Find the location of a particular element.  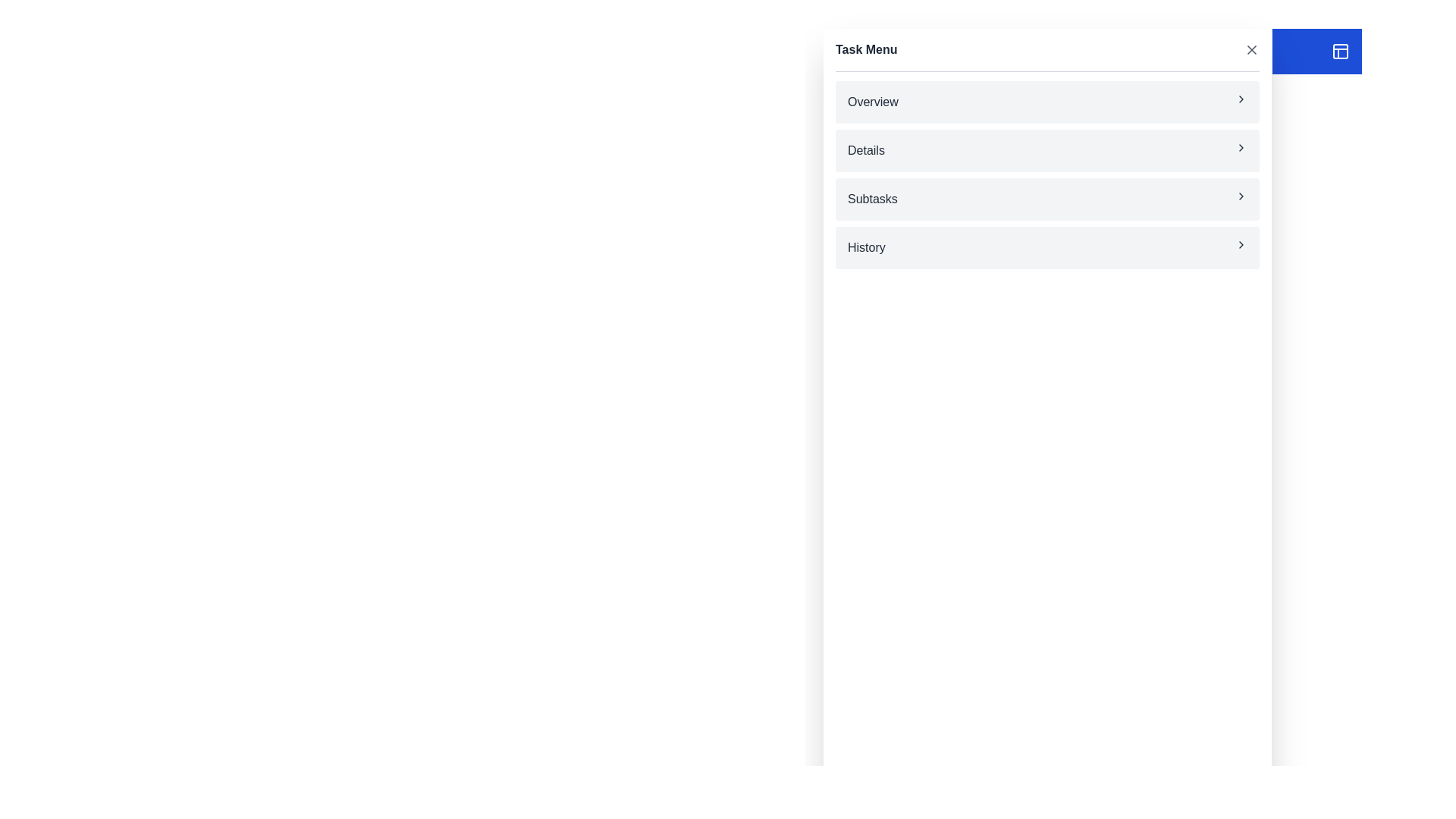

the 'History' text label, which is the fourth item in the 'Task Menu' is located at coordinates (866, 247).